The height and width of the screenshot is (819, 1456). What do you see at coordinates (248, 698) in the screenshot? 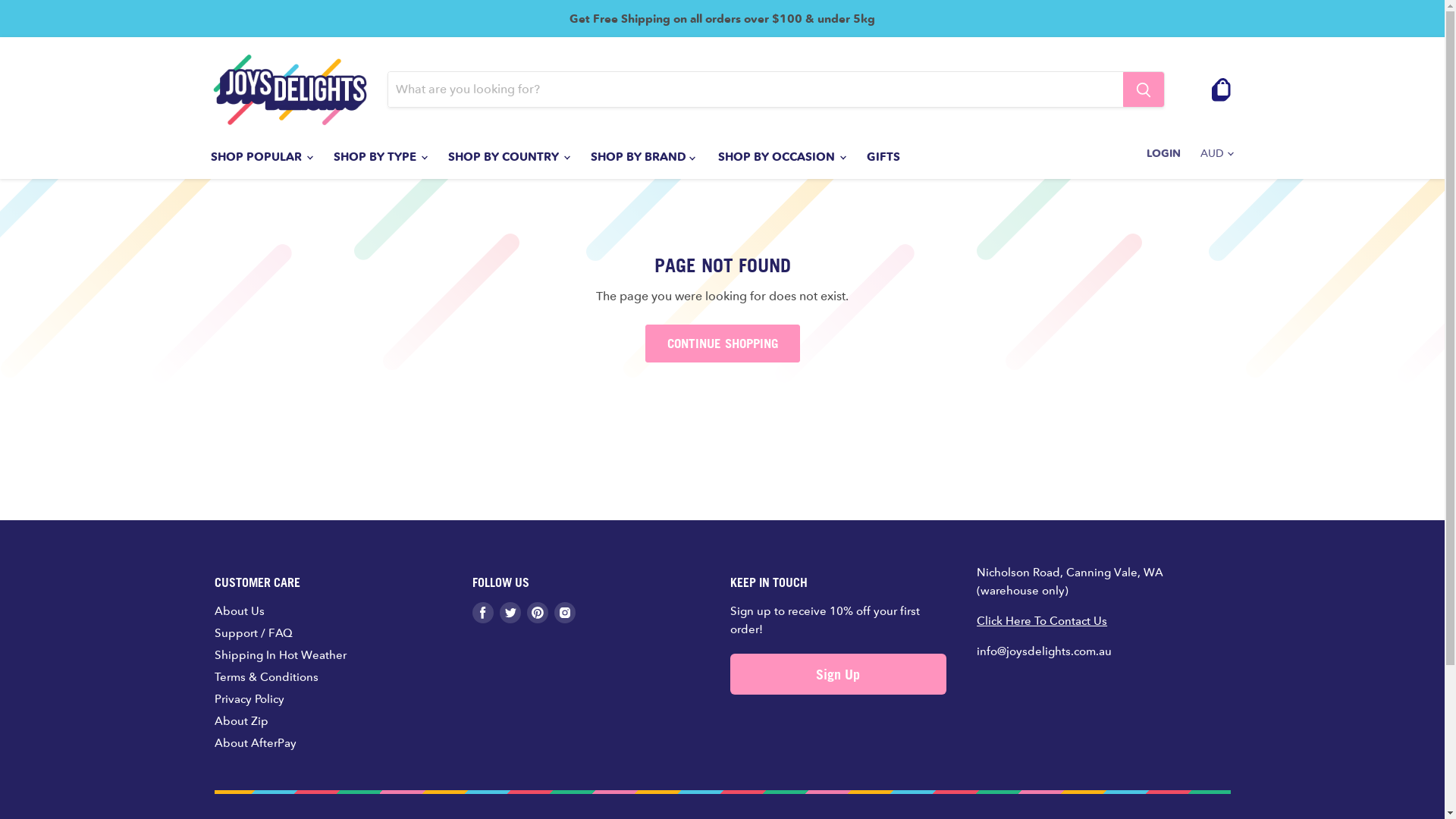
I see `'Privacy Policy'` at bounding box center [248, 698].